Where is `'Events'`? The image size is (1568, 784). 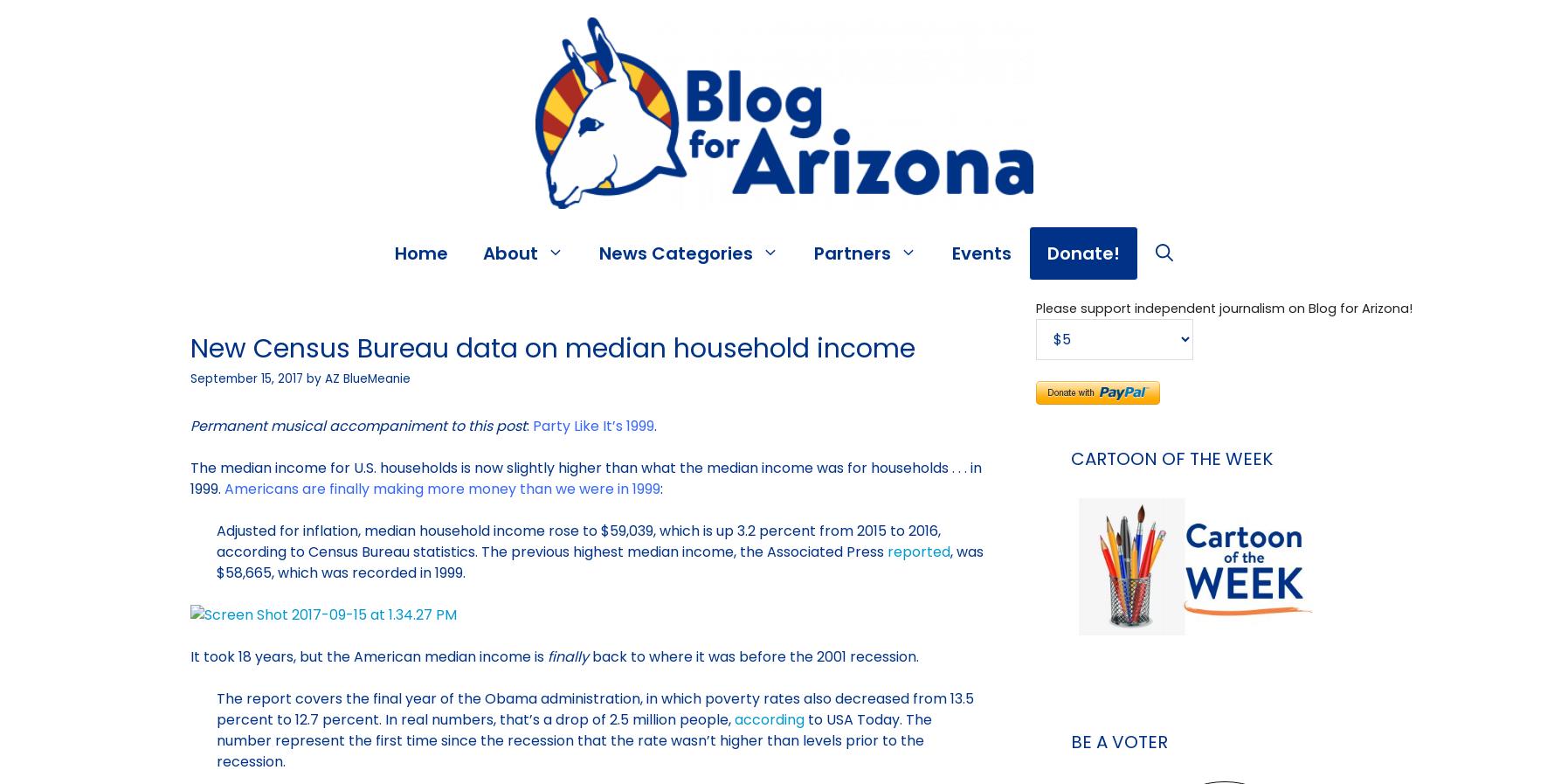 'Events' is located at coordinates (951, 252).